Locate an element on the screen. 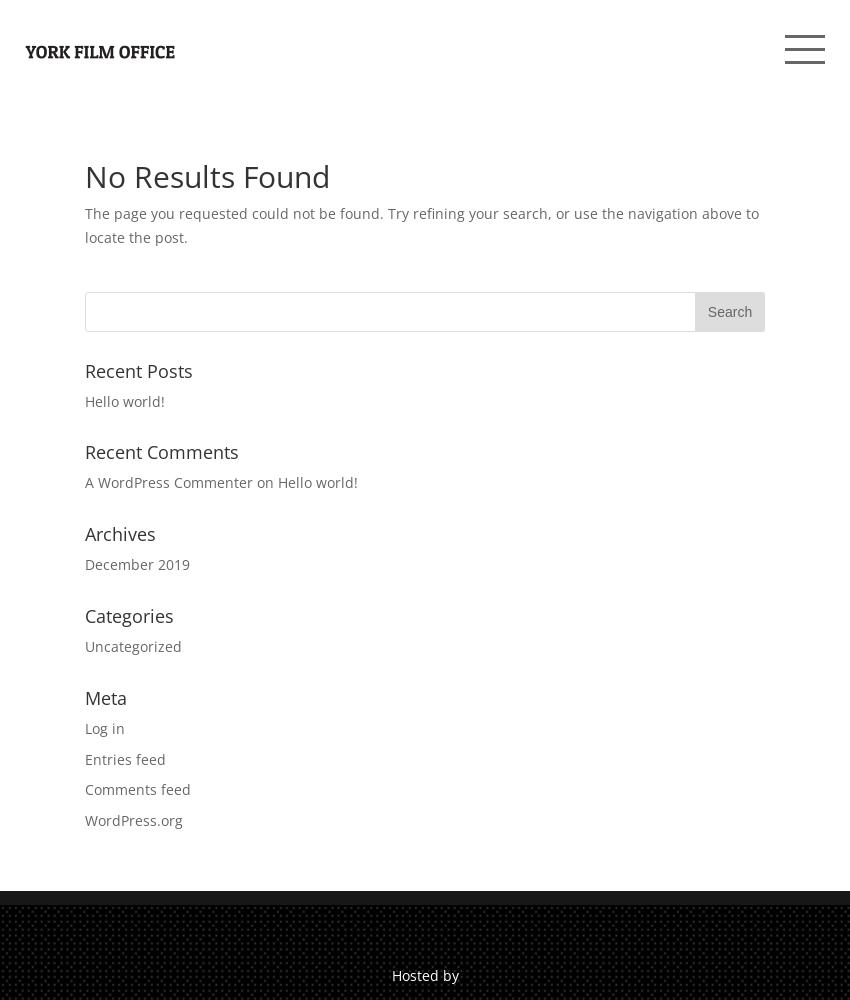  'Recent Posts' is located at coordinates (138, 369).